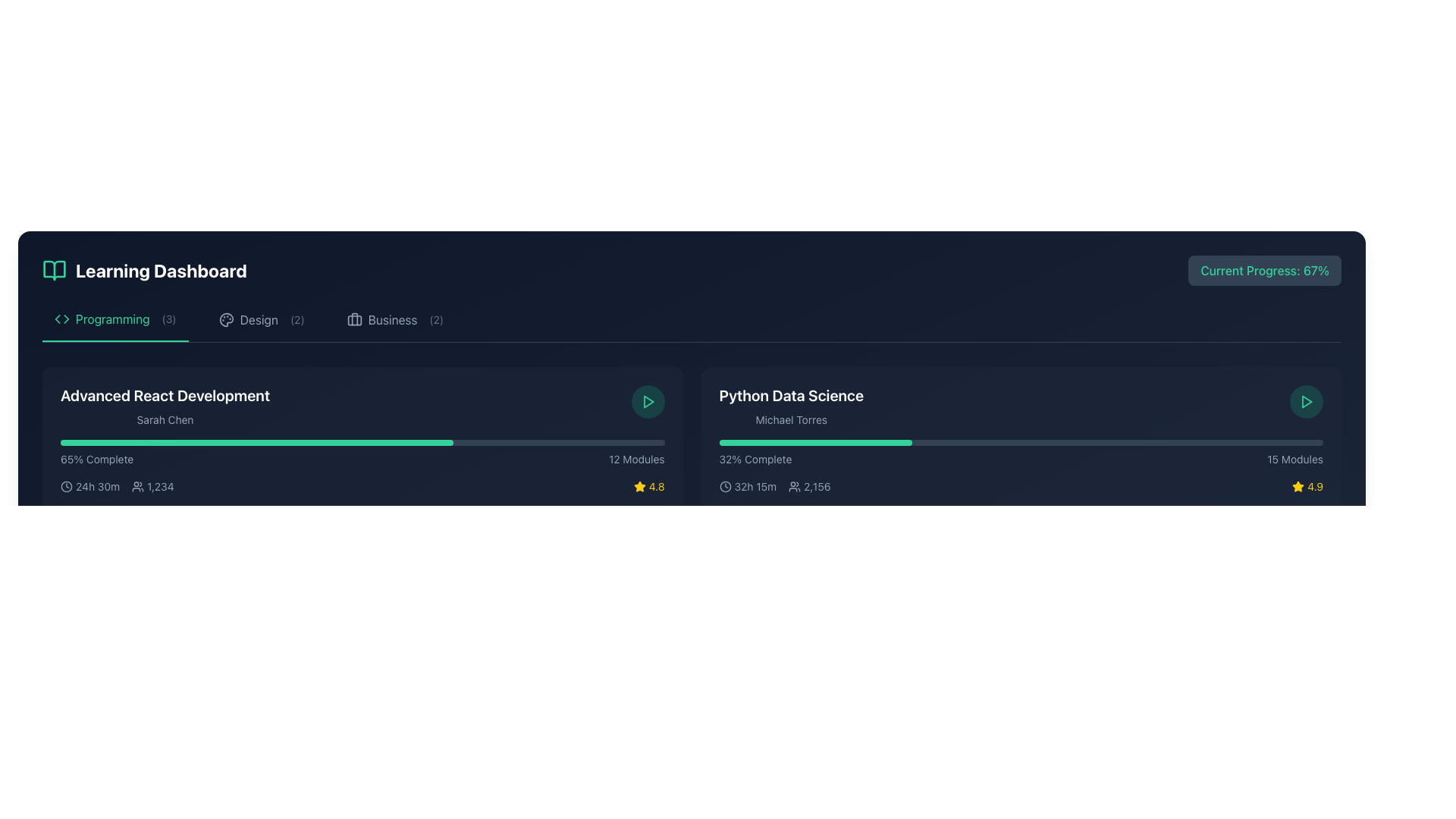 Image resolution: width=1456 pixels, height=819 pixels. What do you see at coordinates (775, 486) in the screenshot?
I see `the icons next to the duration '32h 15m' and attendee count '2,156' in the Informative Text Cluster within the 'Python Data Science' course card` at bounding box center [775, 486].